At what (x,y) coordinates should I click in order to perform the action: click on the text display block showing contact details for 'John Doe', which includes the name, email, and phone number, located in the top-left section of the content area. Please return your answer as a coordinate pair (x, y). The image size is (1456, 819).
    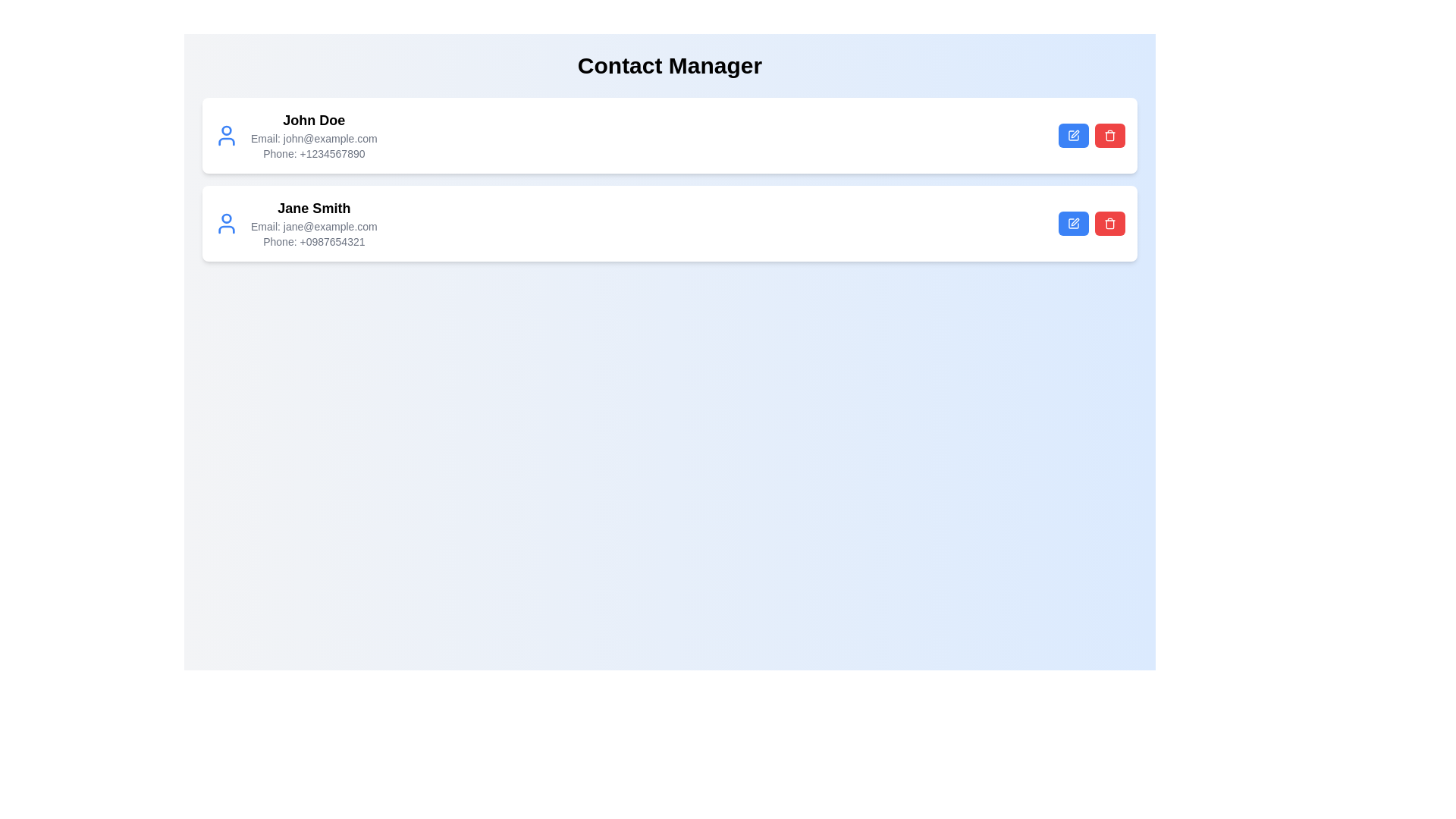
    Looking at the image, I should click on (313, 134).